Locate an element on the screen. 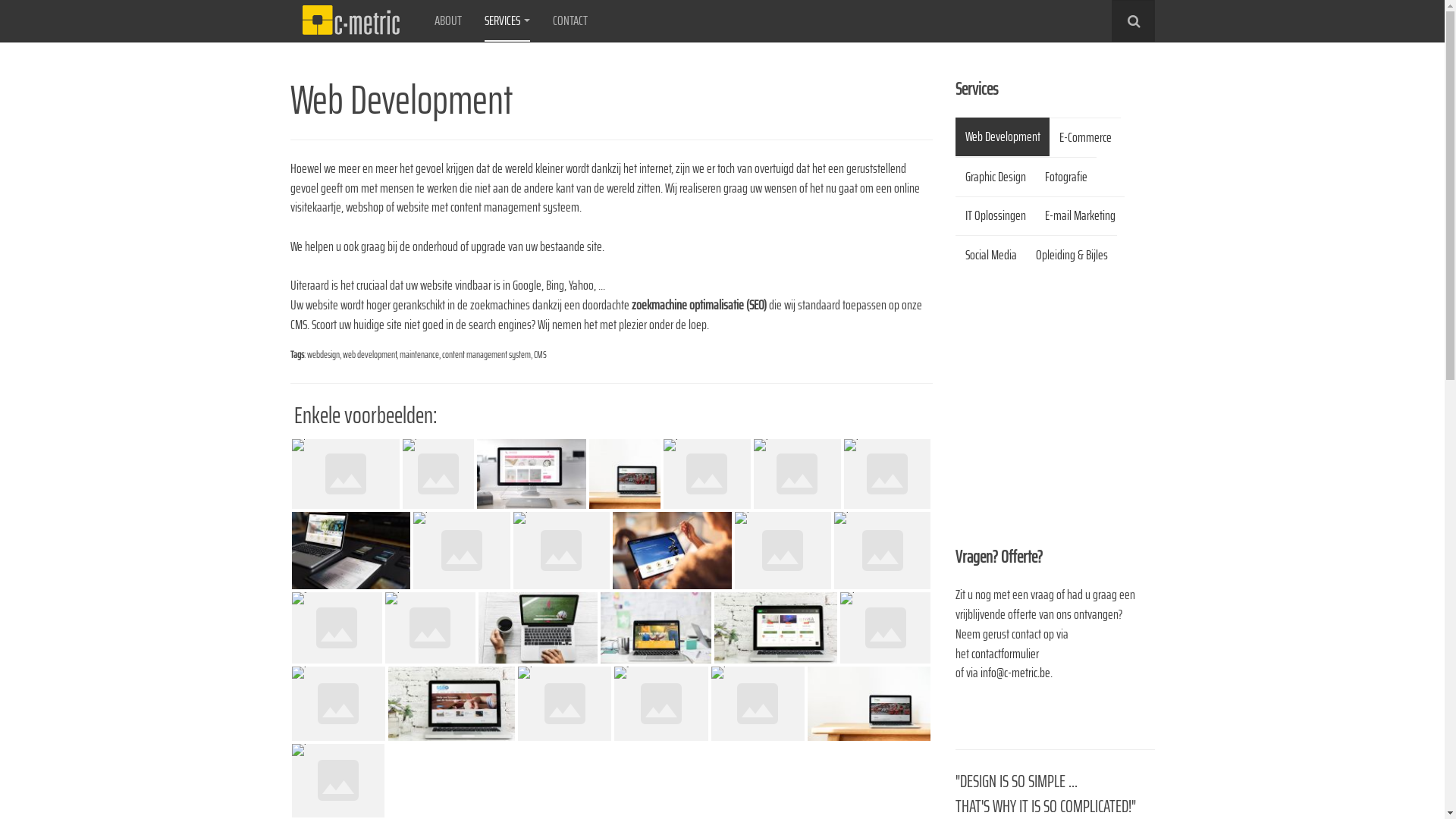  'Web Development' is located at coordinates (1002, 136).